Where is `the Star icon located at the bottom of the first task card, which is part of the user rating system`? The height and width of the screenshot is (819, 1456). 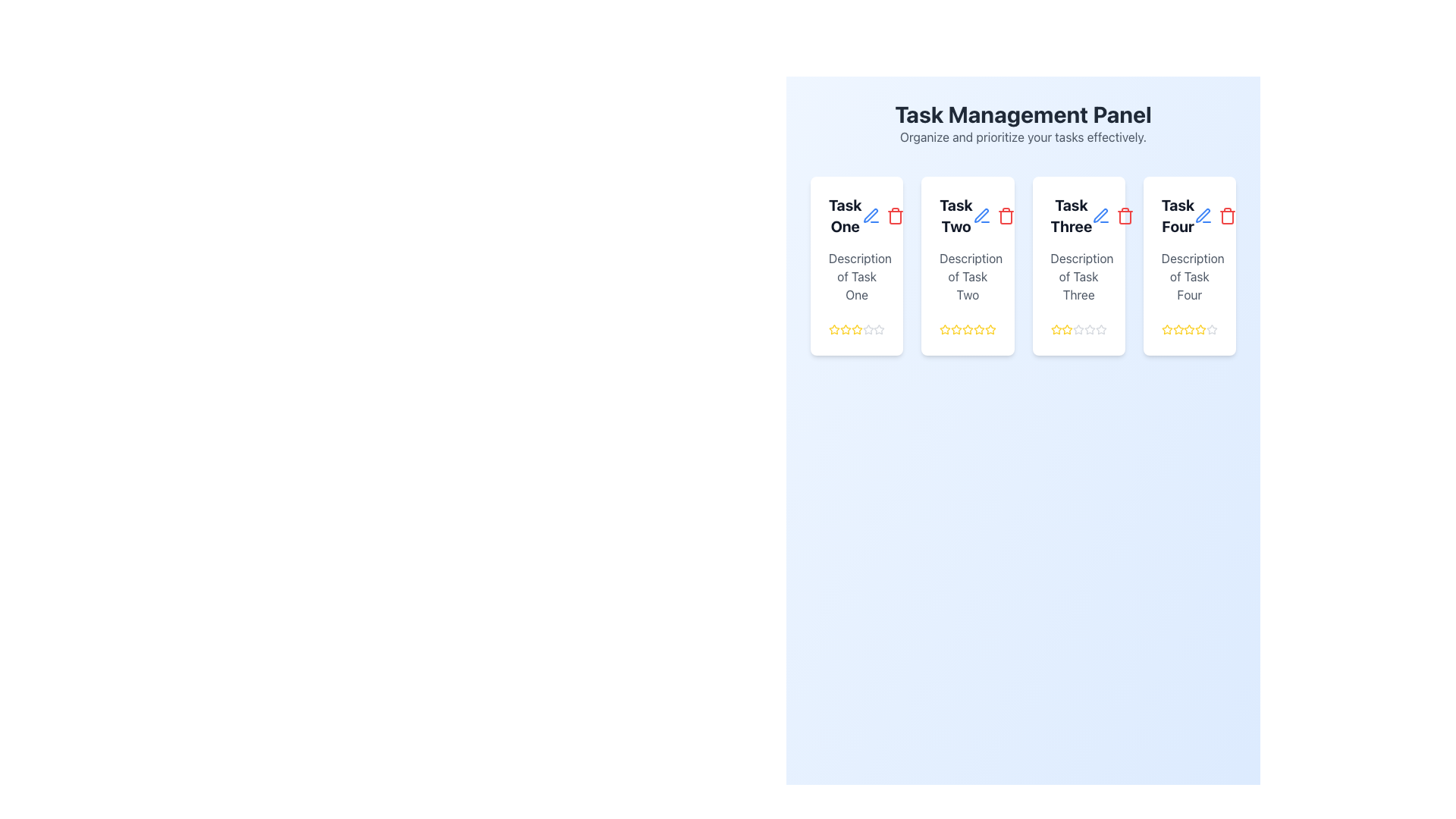
the Star icon located at the bottom of the first task card, which is part of the user rating system is located at coordinates (845, 328).